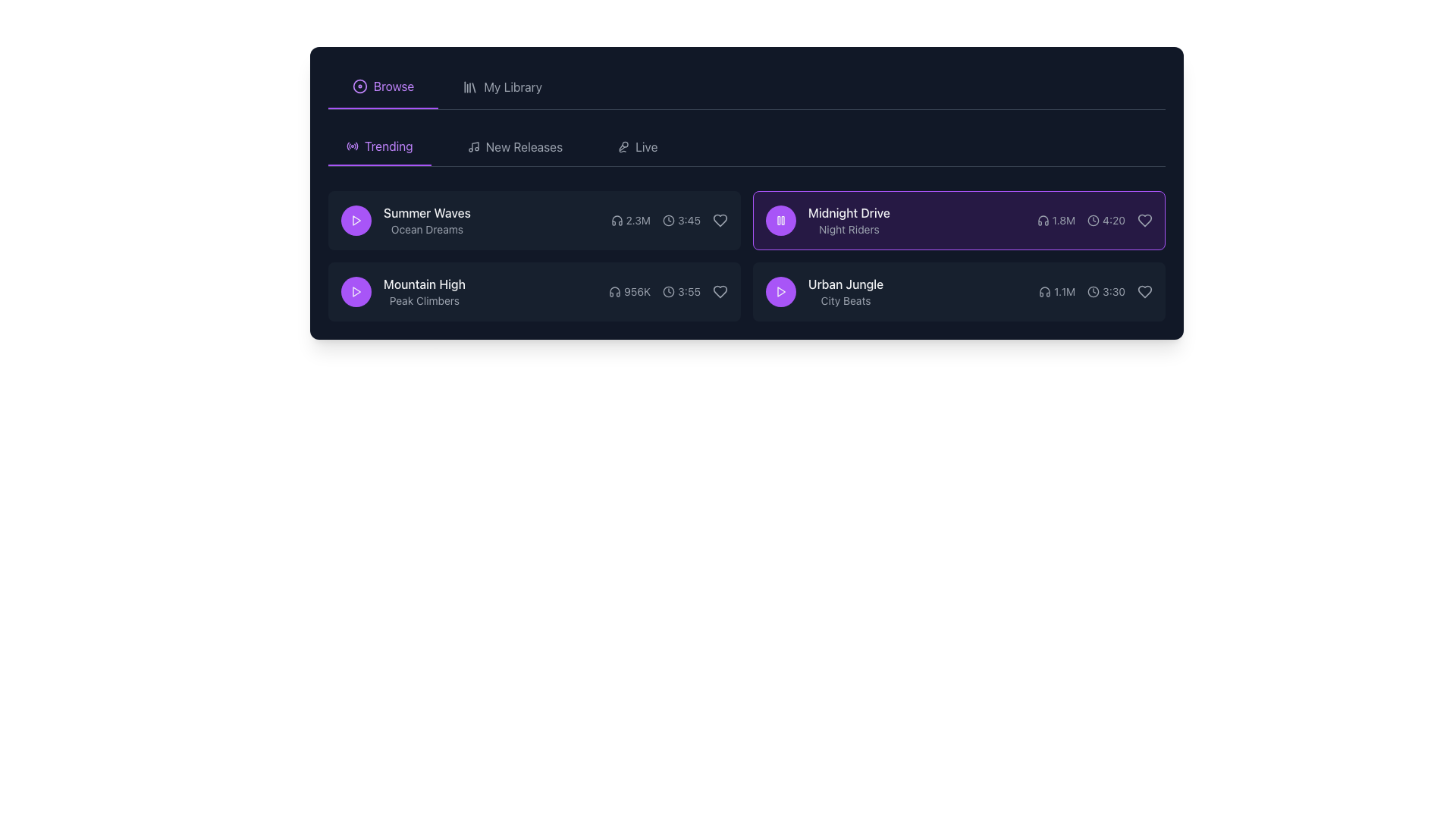 The image size is (1456, 819). Describe the element at coordinates (383, 87) in the screenshot. I see `the 'Browse' tab in the navigation bar` at that location.